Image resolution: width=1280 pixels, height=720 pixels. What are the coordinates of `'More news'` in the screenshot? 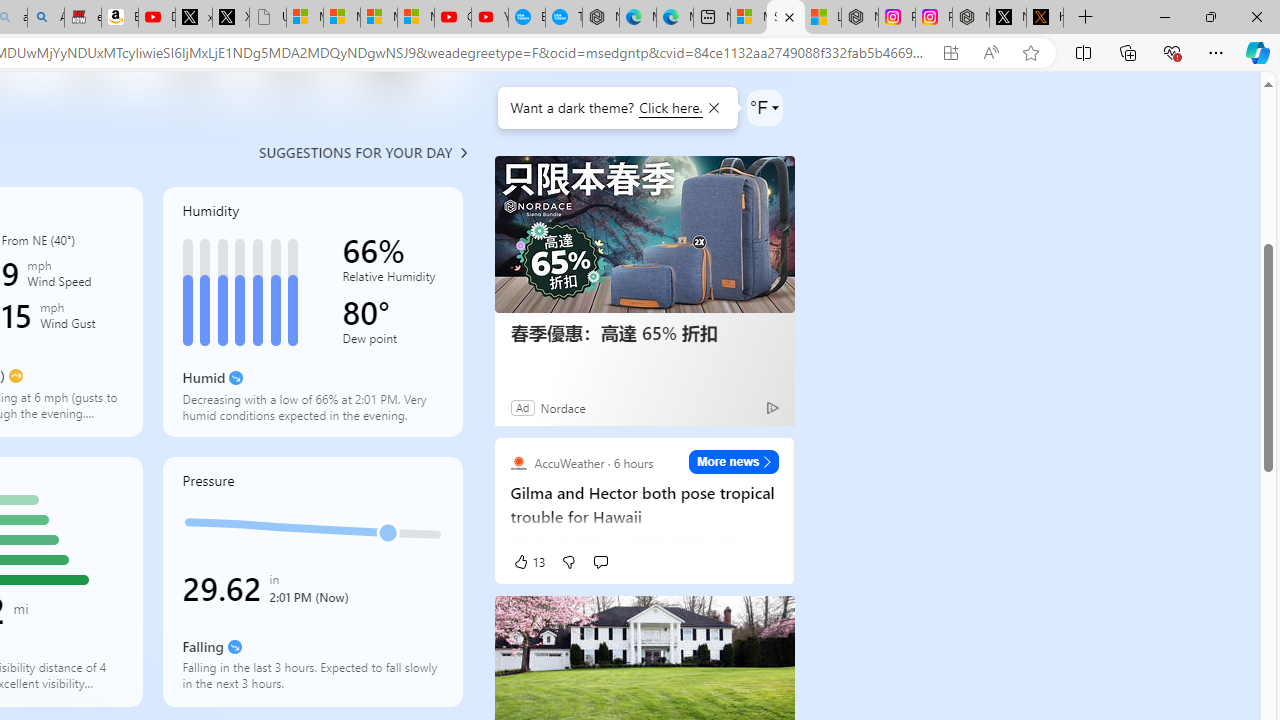 It's located at (733, 461).